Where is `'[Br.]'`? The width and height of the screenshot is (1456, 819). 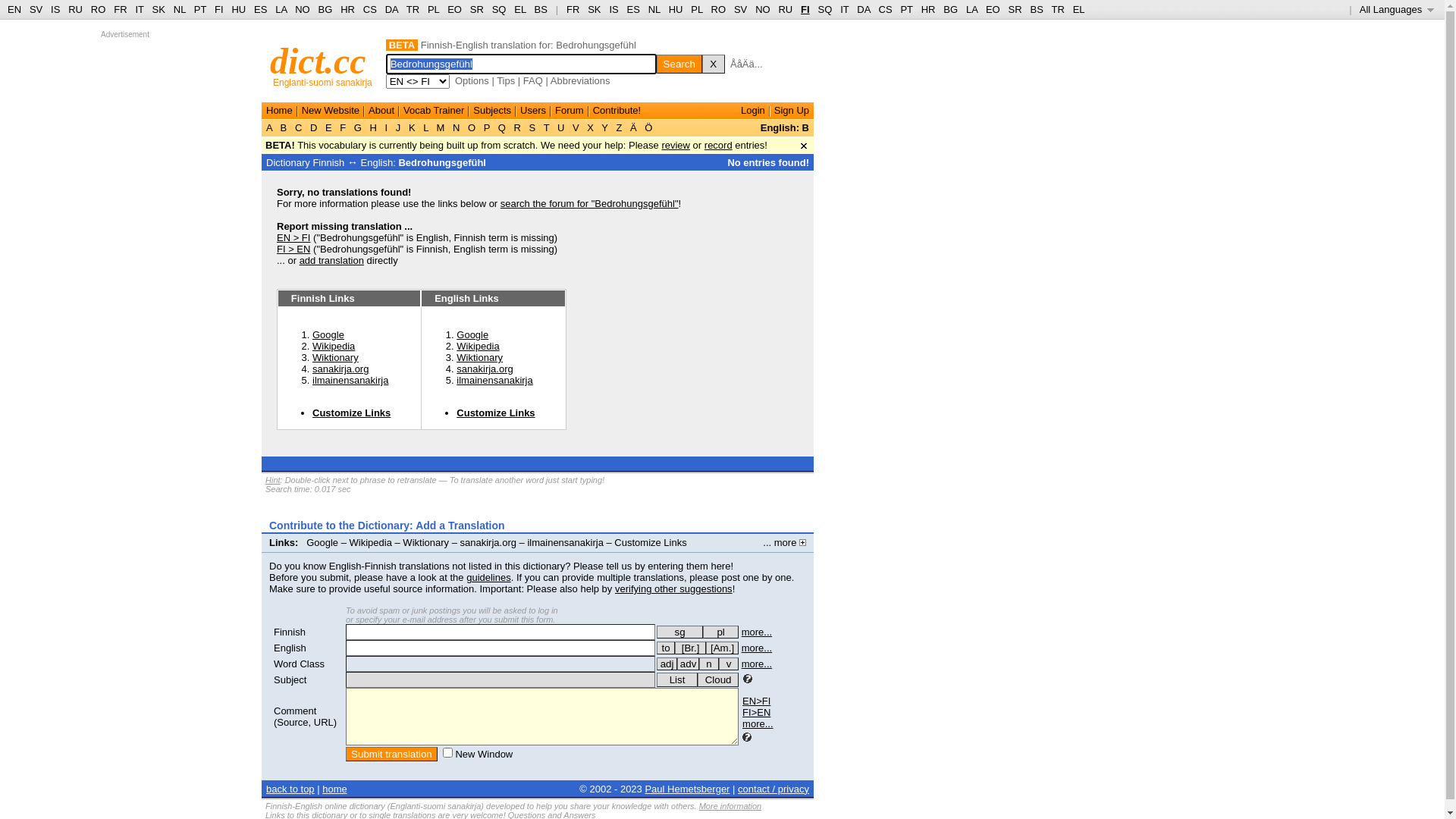 '[Br.]' is located at coordinates (689, 648).